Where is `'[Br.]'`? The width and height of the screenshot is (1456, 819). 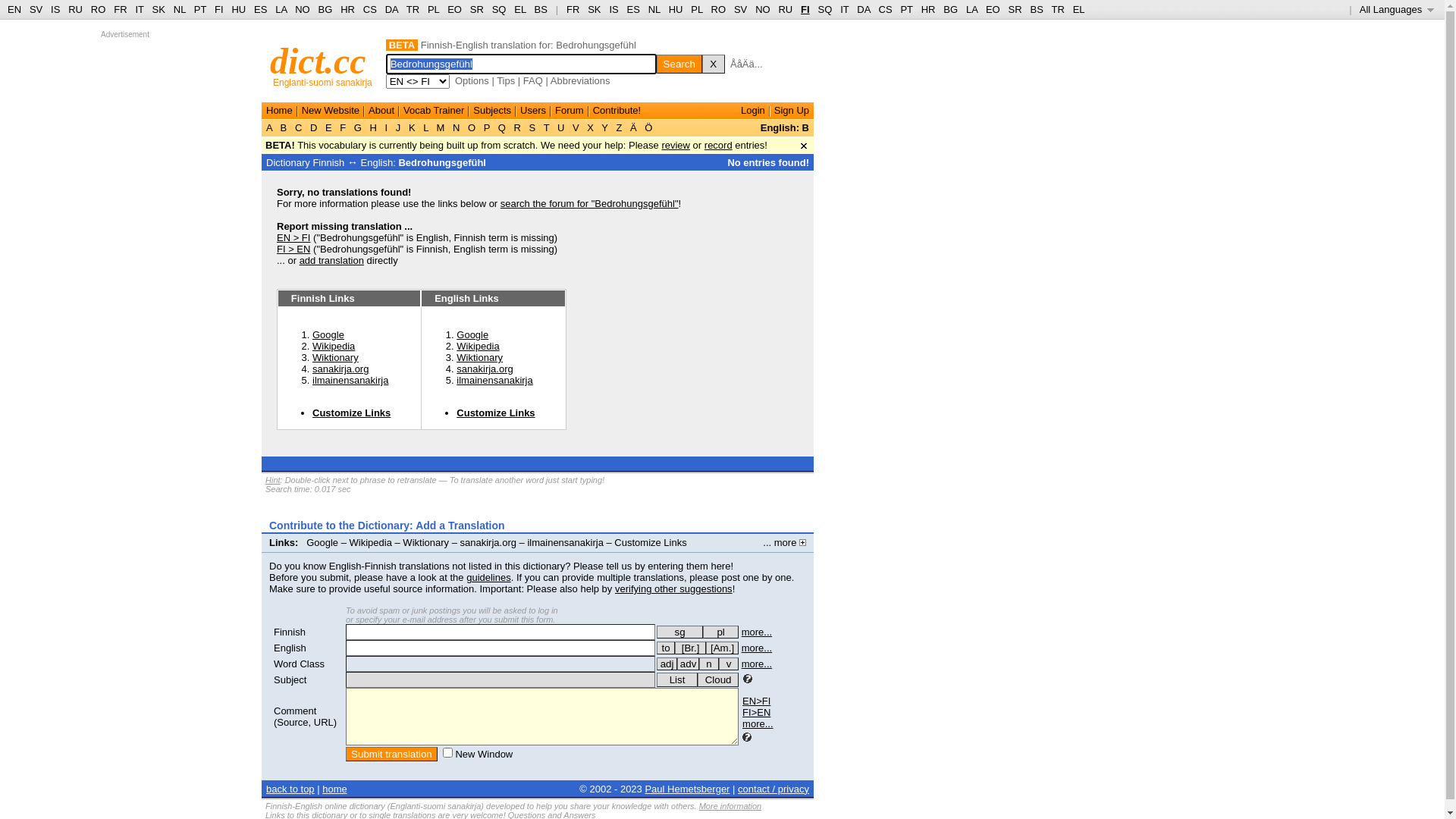 '[Br.]' is located at coordinates (689, 648).